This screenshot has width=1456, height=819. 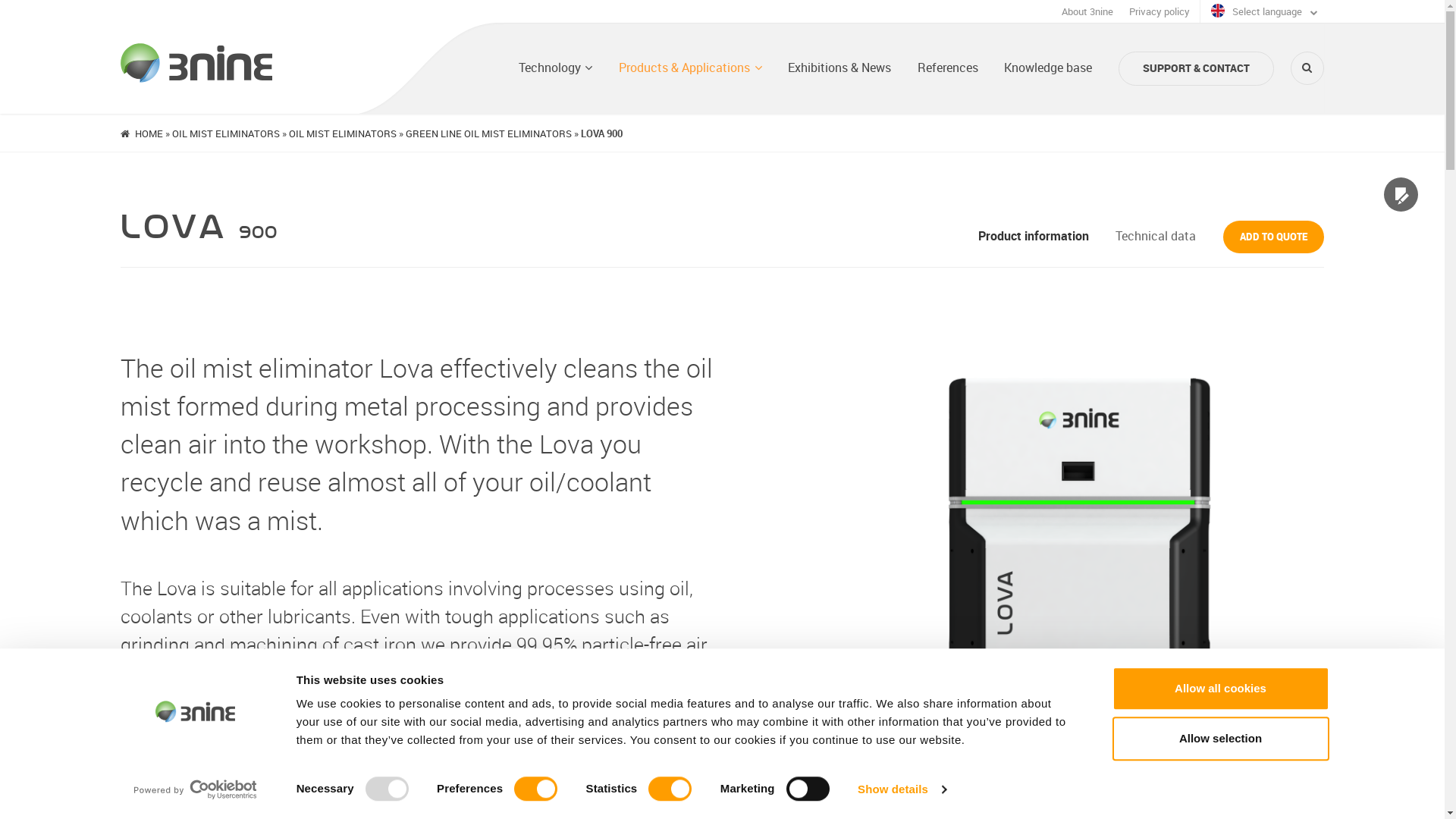 I want to click on 'Privacy policy', so click(x=1159, y=11).